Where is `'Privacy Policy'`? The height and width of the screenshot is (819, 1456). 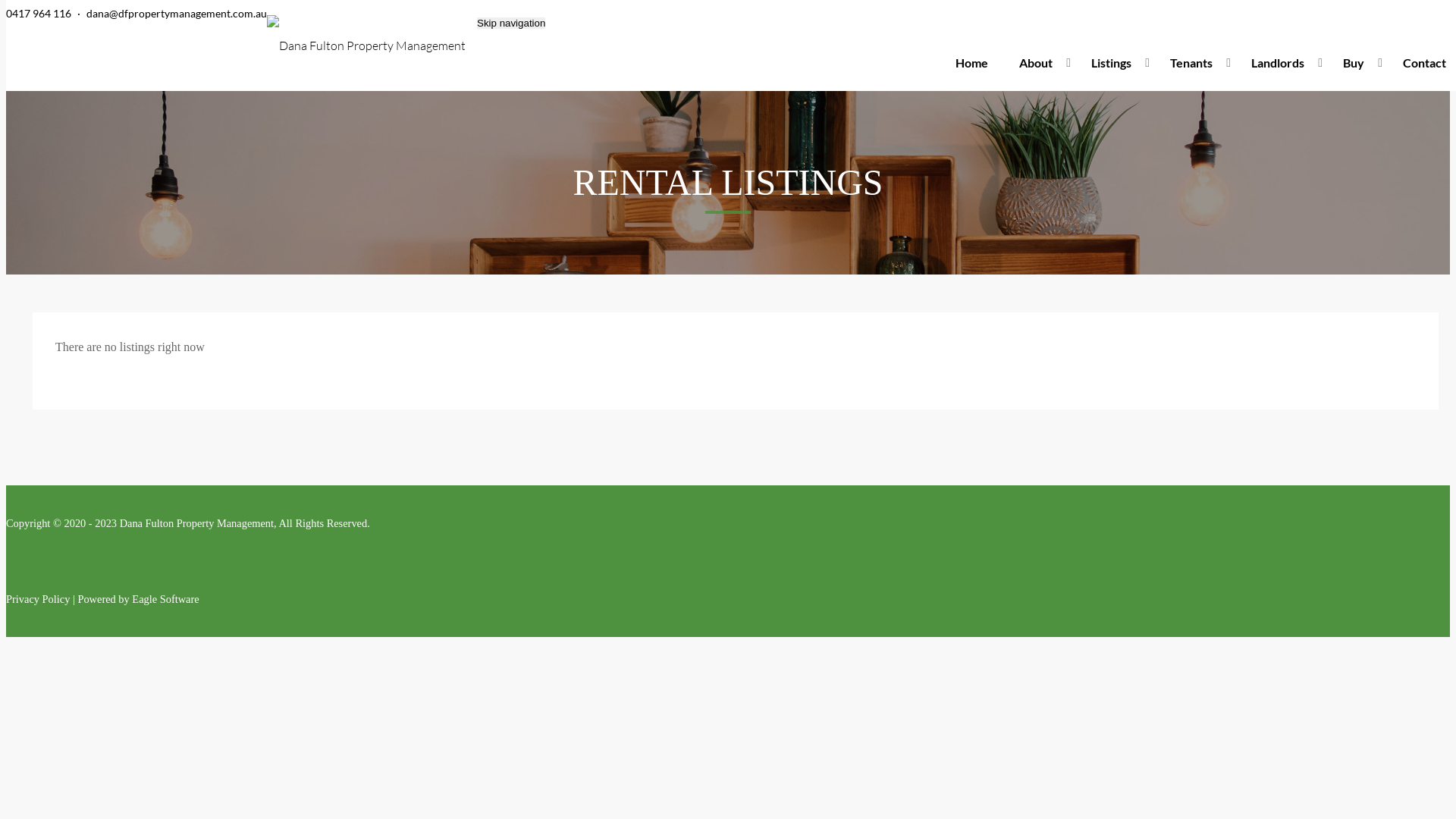
'Privacy Policy' is located at coordinates (37, 598).